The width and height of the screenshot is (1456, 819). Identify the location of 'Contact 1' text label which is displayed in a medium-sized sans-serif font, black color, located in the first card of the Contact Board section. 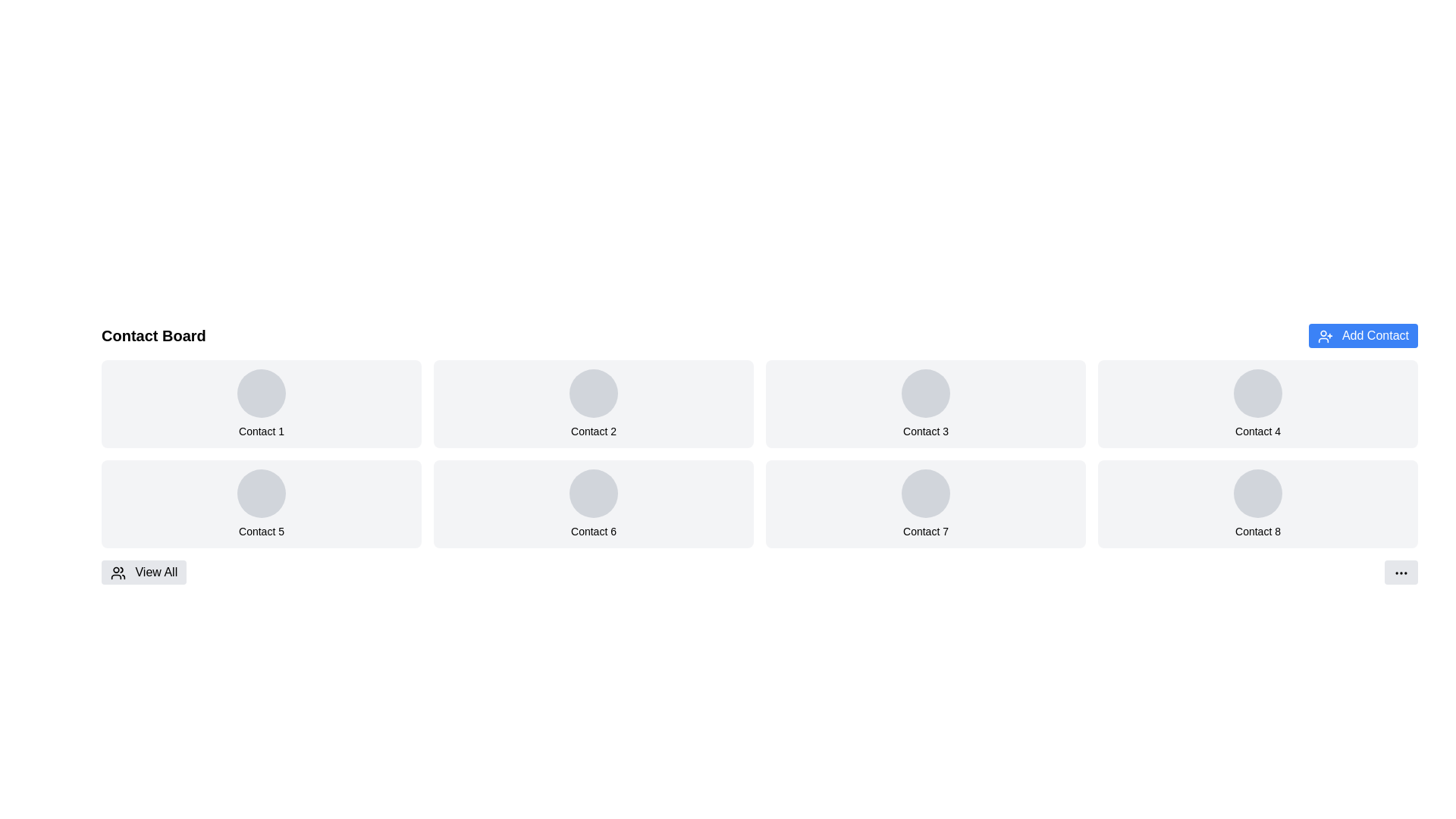
(262, 431).